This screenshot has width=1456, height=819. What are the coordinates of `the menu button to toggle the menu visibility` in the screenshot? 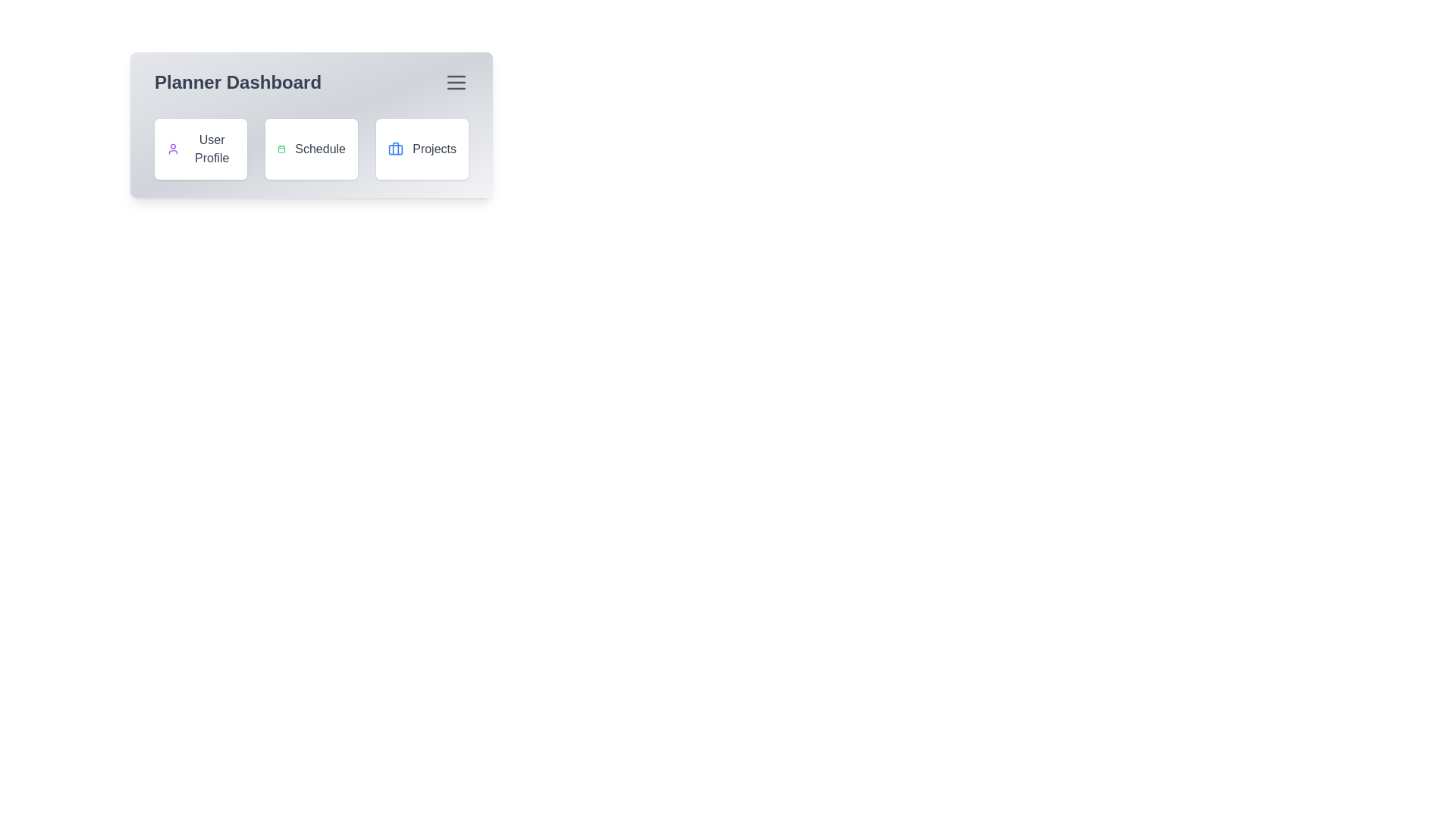 It's located at (455, 82).